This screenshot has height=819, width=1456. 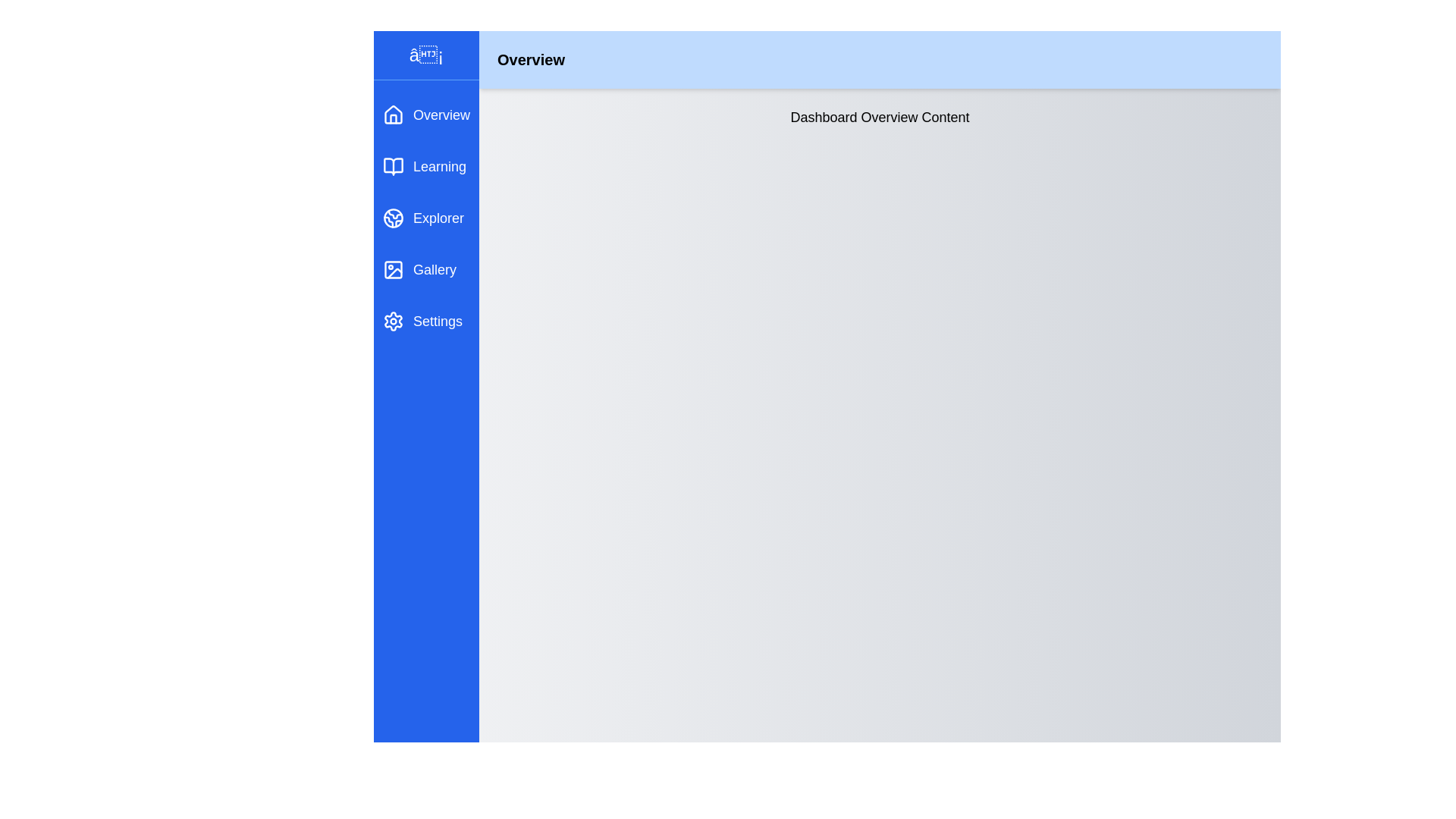 I want to click on the small open book icon in the sidebar navigation menu, so click(x=393, y=166).